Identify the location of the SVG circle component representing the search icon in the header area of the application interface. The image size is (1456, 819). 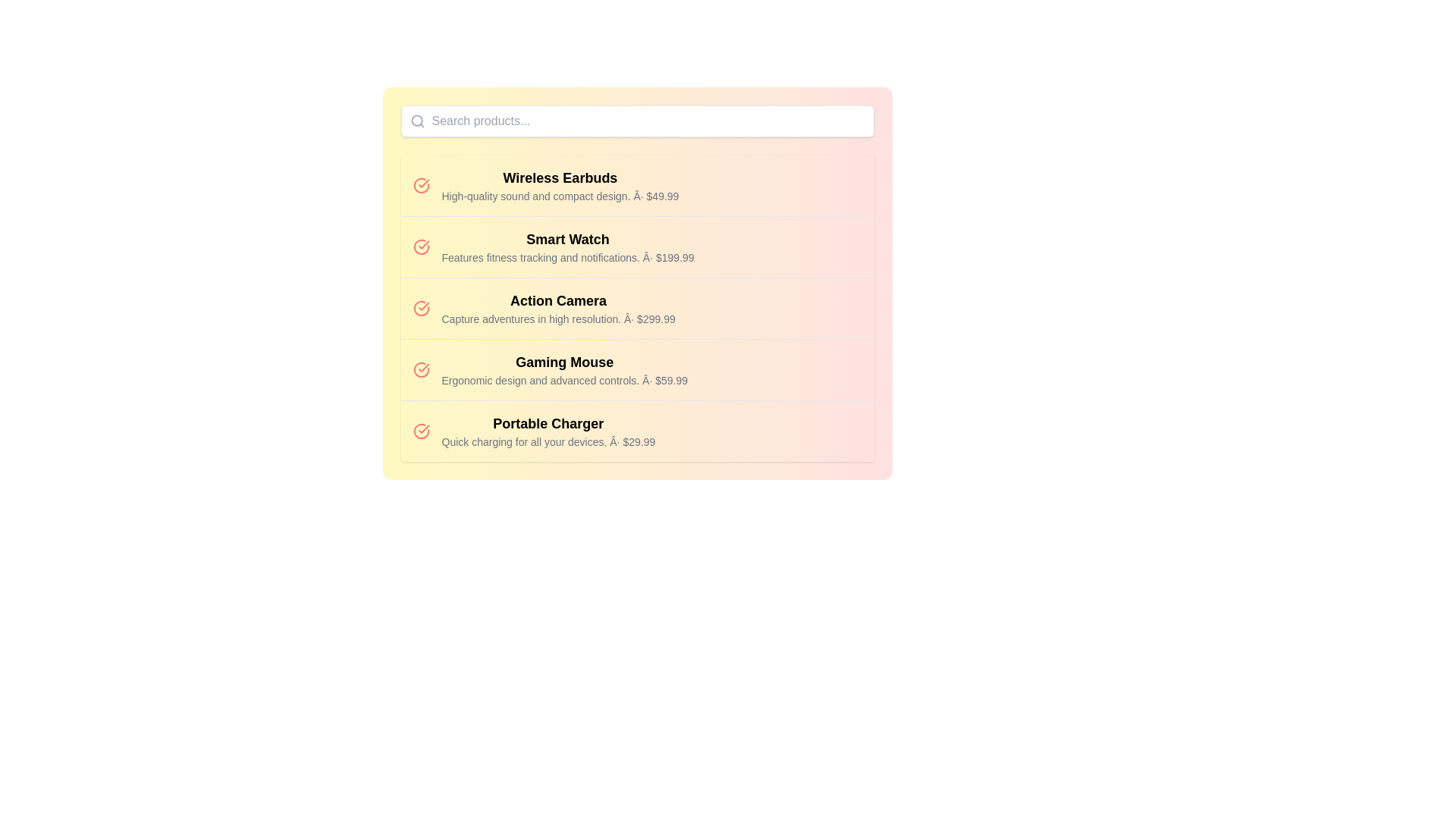
(416, 120).